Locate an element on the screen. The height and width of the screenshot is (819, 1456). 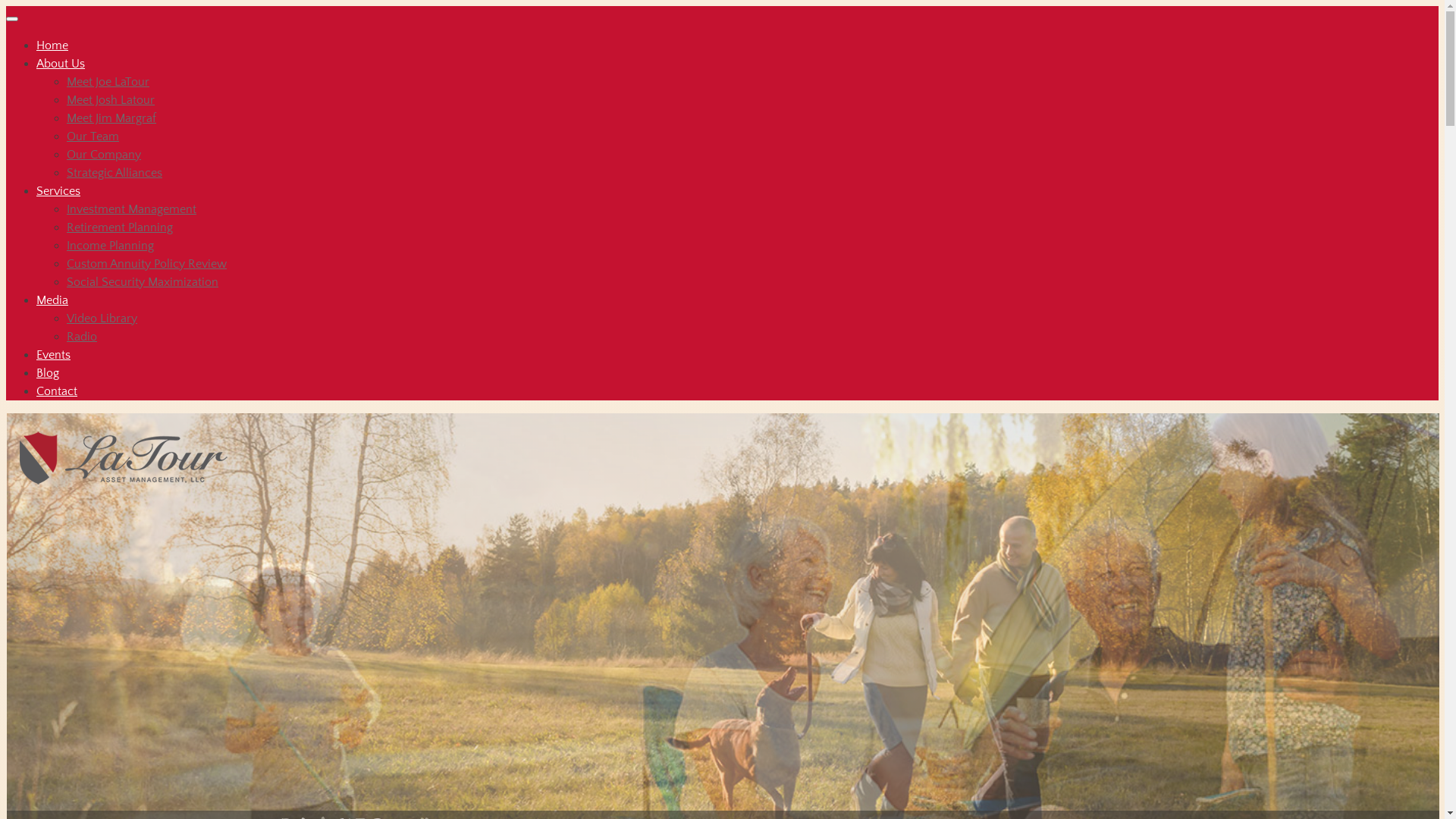
'Meet Josh Latour' is located at coordinates (109, 99).